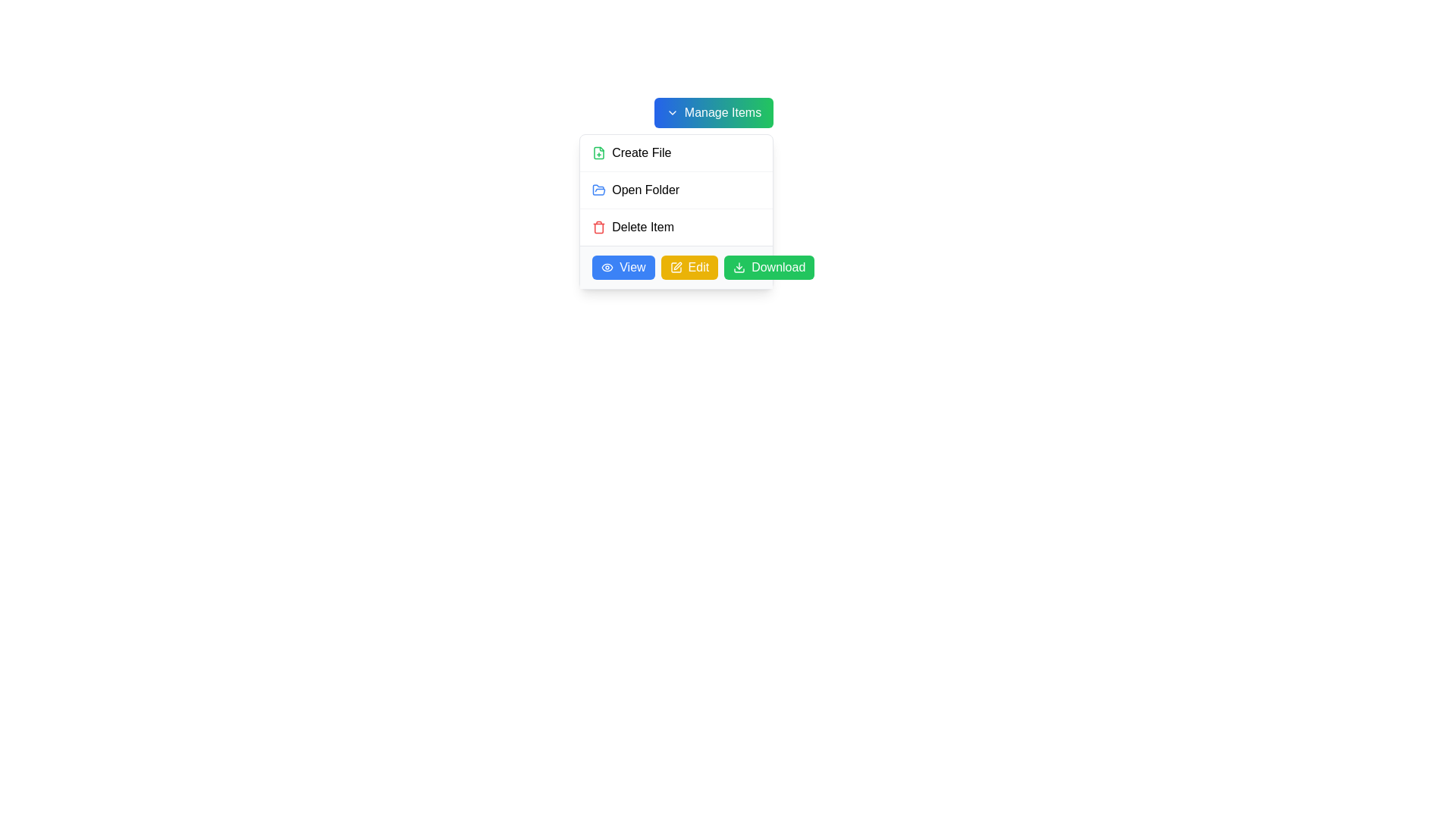 The height and width of the screenshot is (819, 1456). Describe the element at coordinates (623, 267) in the screenshot. I see `the blue rectangular button labeled 'View' with an eye icon` at that location.